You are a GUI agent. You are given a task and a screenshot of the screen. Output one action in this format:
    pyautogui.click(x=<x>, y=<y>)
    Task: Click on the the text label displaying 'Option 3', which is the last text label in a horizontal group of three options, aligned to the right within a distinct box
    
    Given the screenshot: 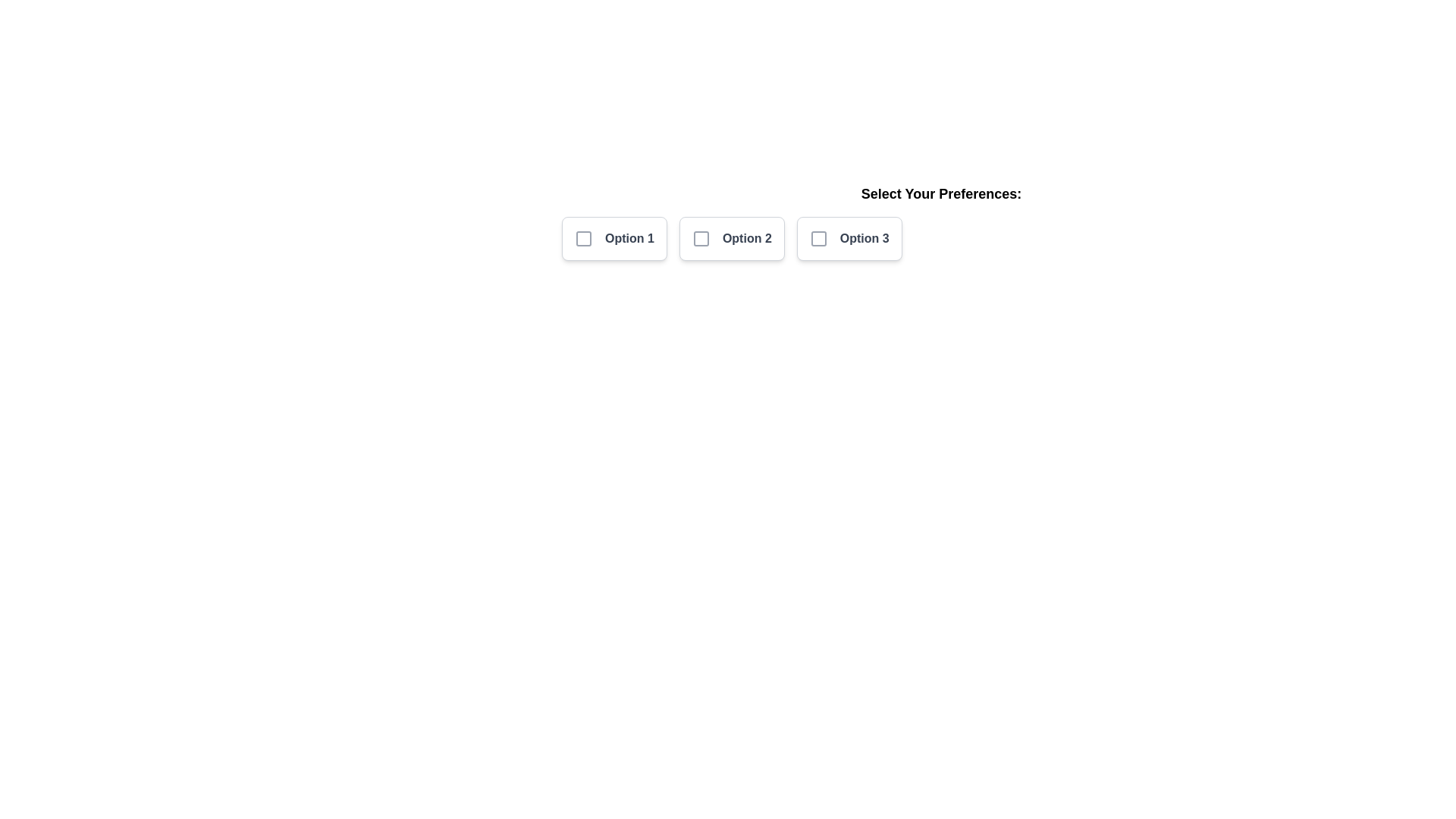 What is the action you would take?
    pyautogui.click(x=864, y=239)
    